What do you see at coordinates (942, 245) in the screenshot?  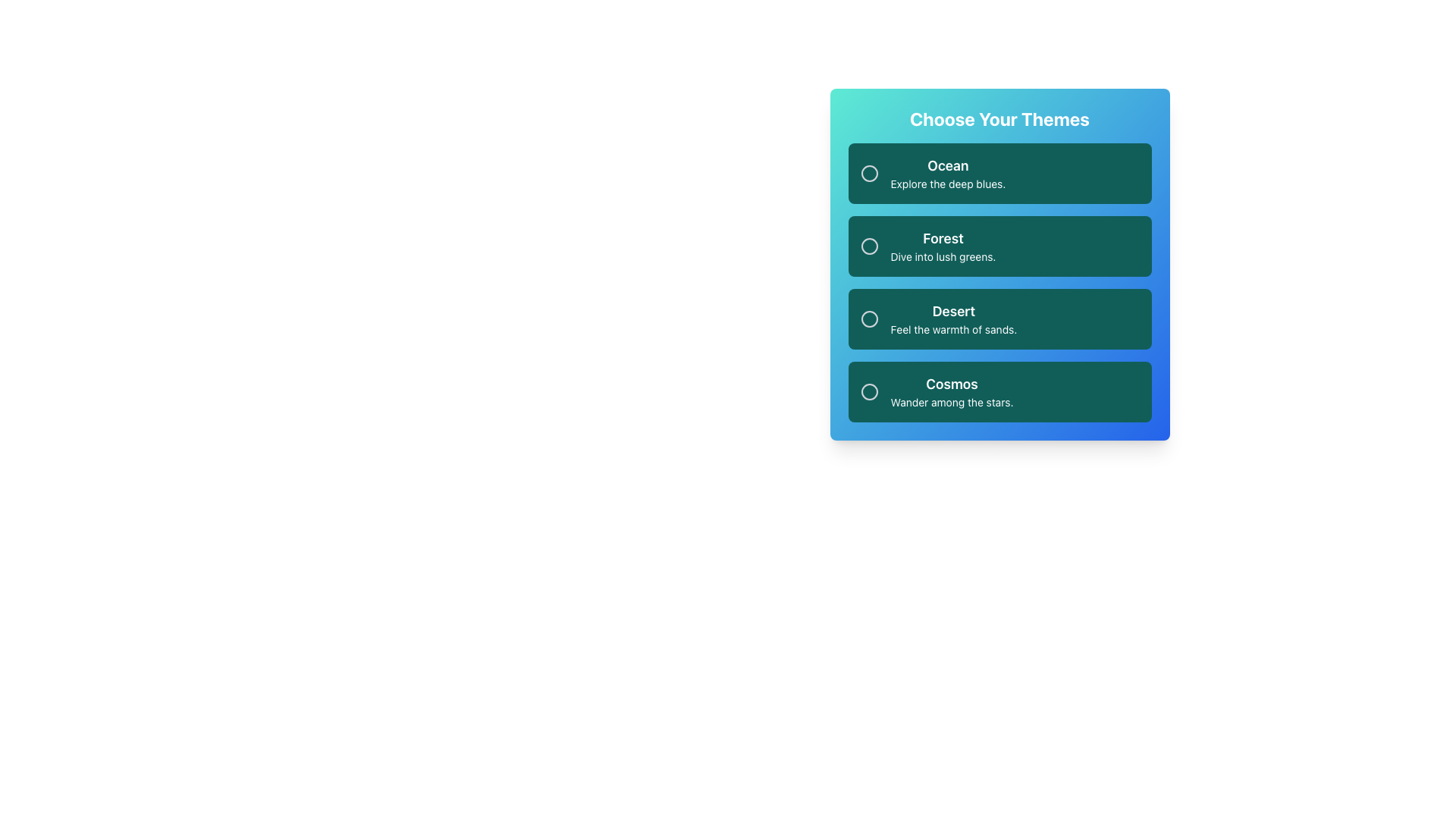 I see `the 'Forest' theme selectable item in the list, which is the second option located inside a teal-colored rectangle` at bounding box center [942, 245].